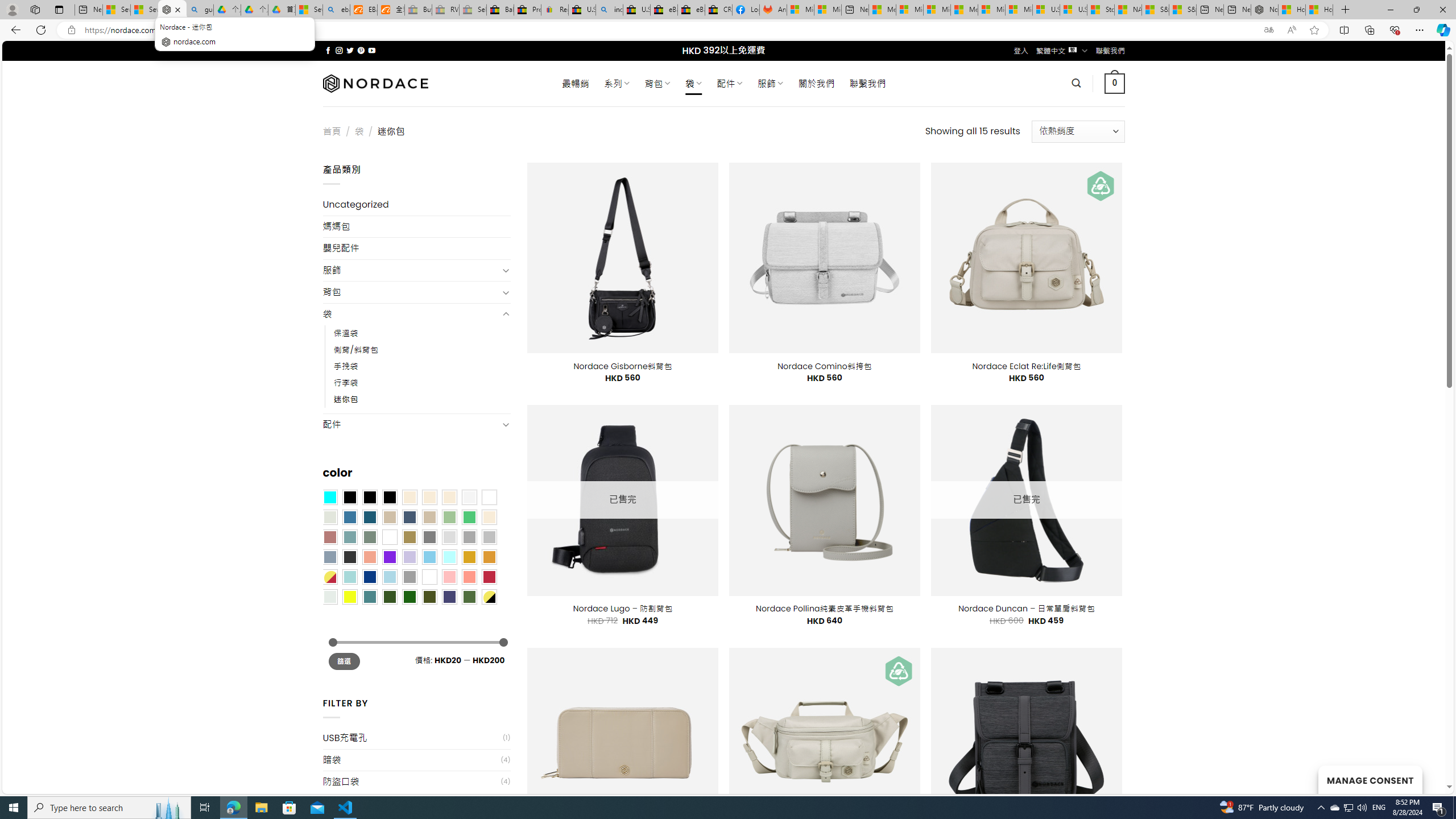  I want to click on 'Register: Create a personal eBay account', so click(554, 9).